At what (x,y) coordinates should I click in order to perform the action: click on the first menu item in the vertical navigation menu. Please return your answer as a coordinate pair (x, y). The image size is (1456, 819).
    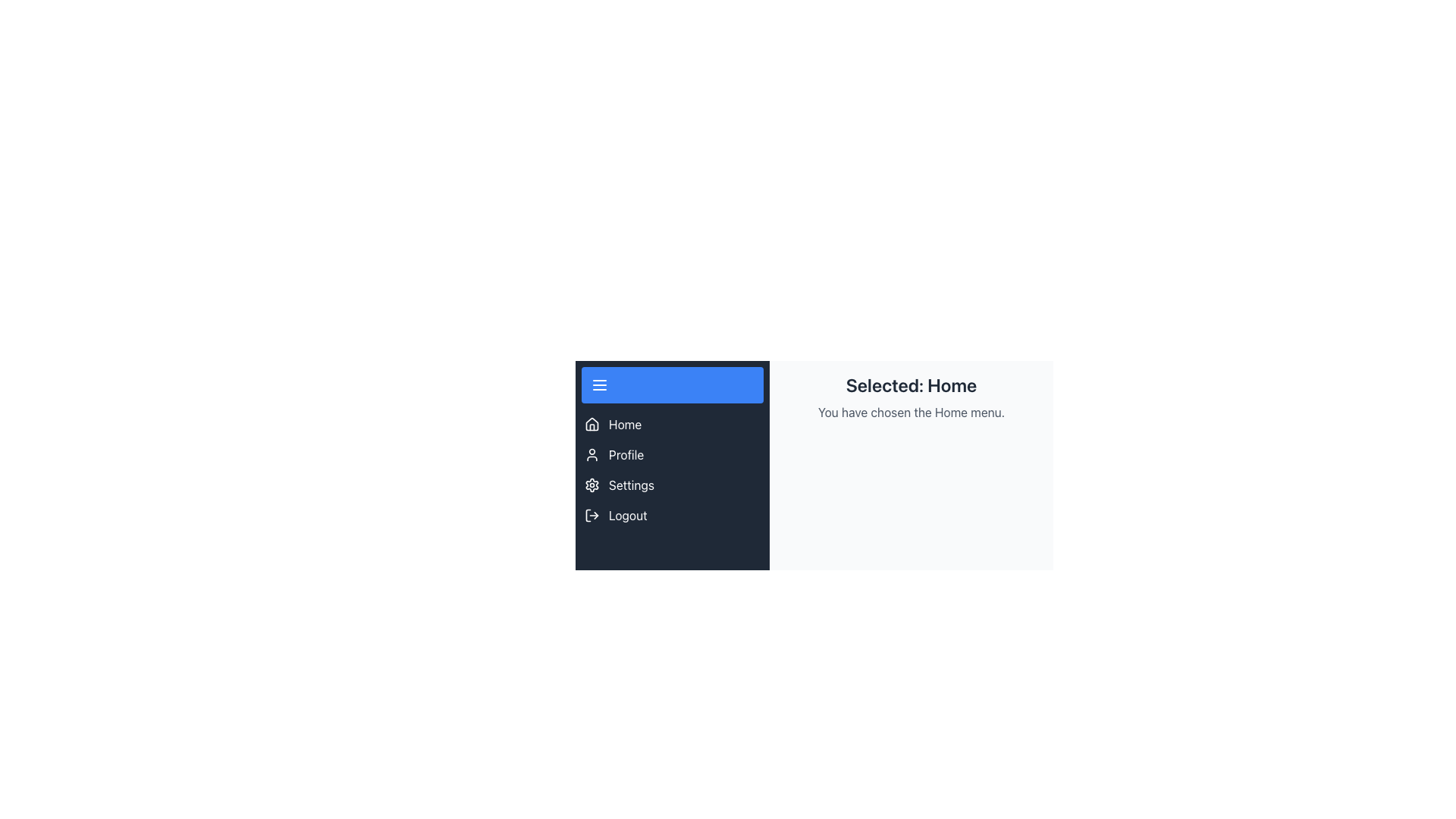
    Looking at the image, I should click on (672, 424).